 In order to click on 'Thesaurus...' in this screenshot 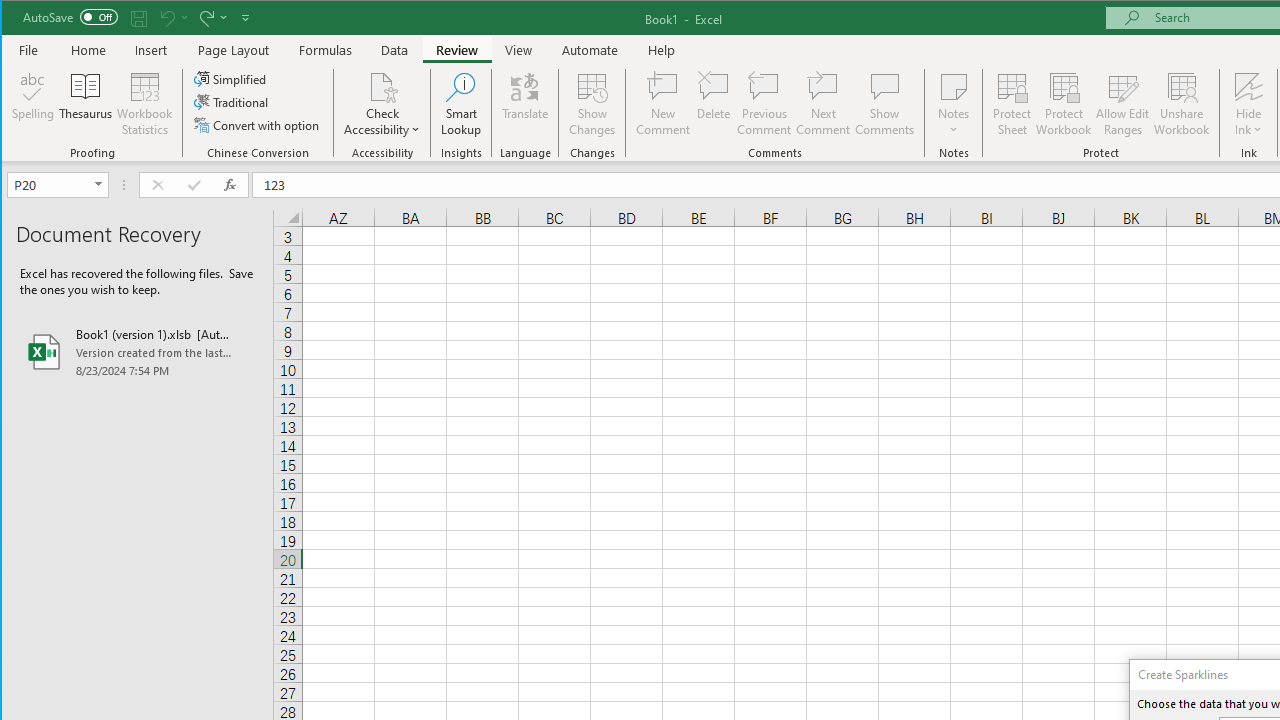, I will do `click(85, 104)`.